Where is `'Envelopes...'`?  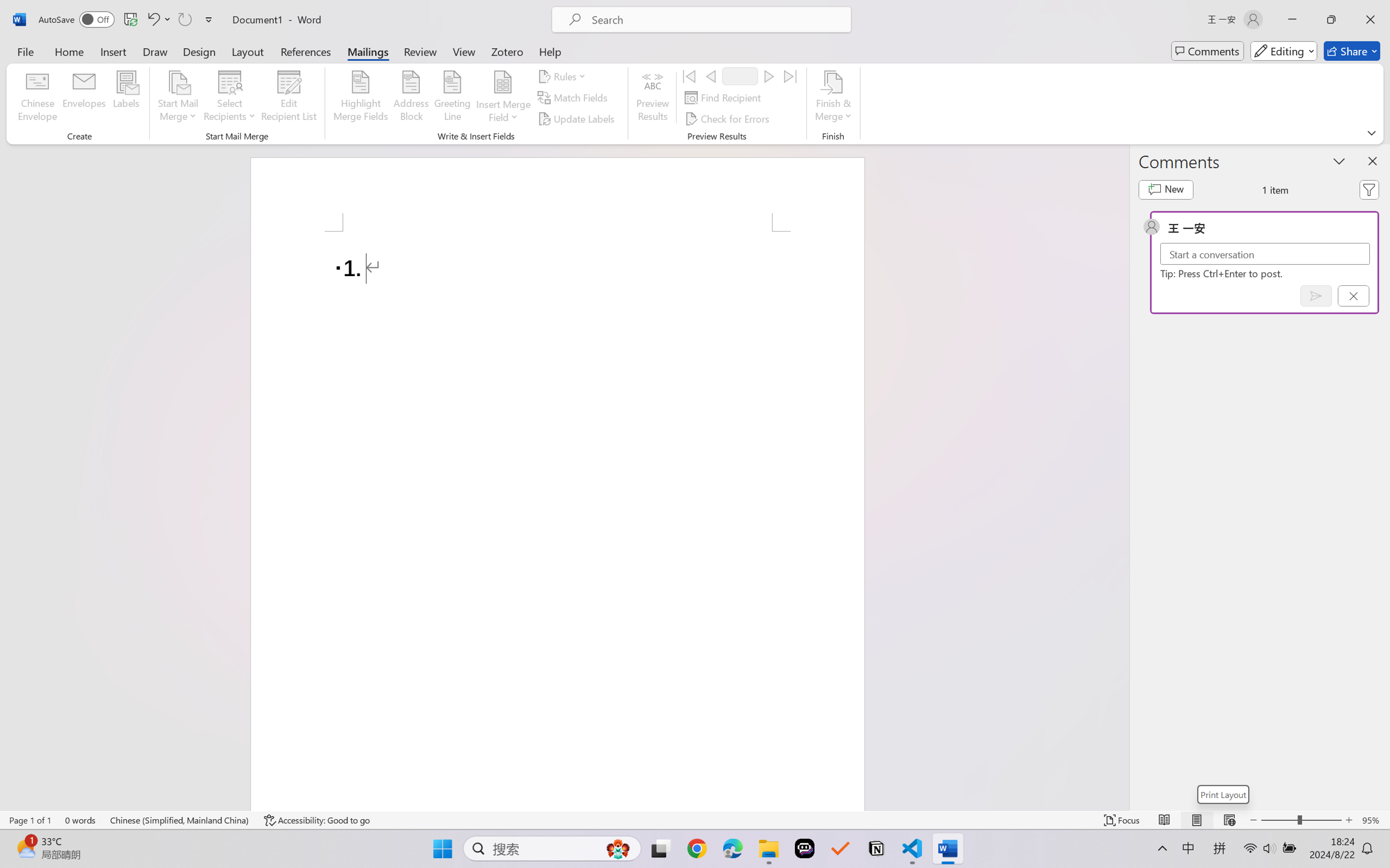
'Envelopes...' is located at coordinates (84, 98).